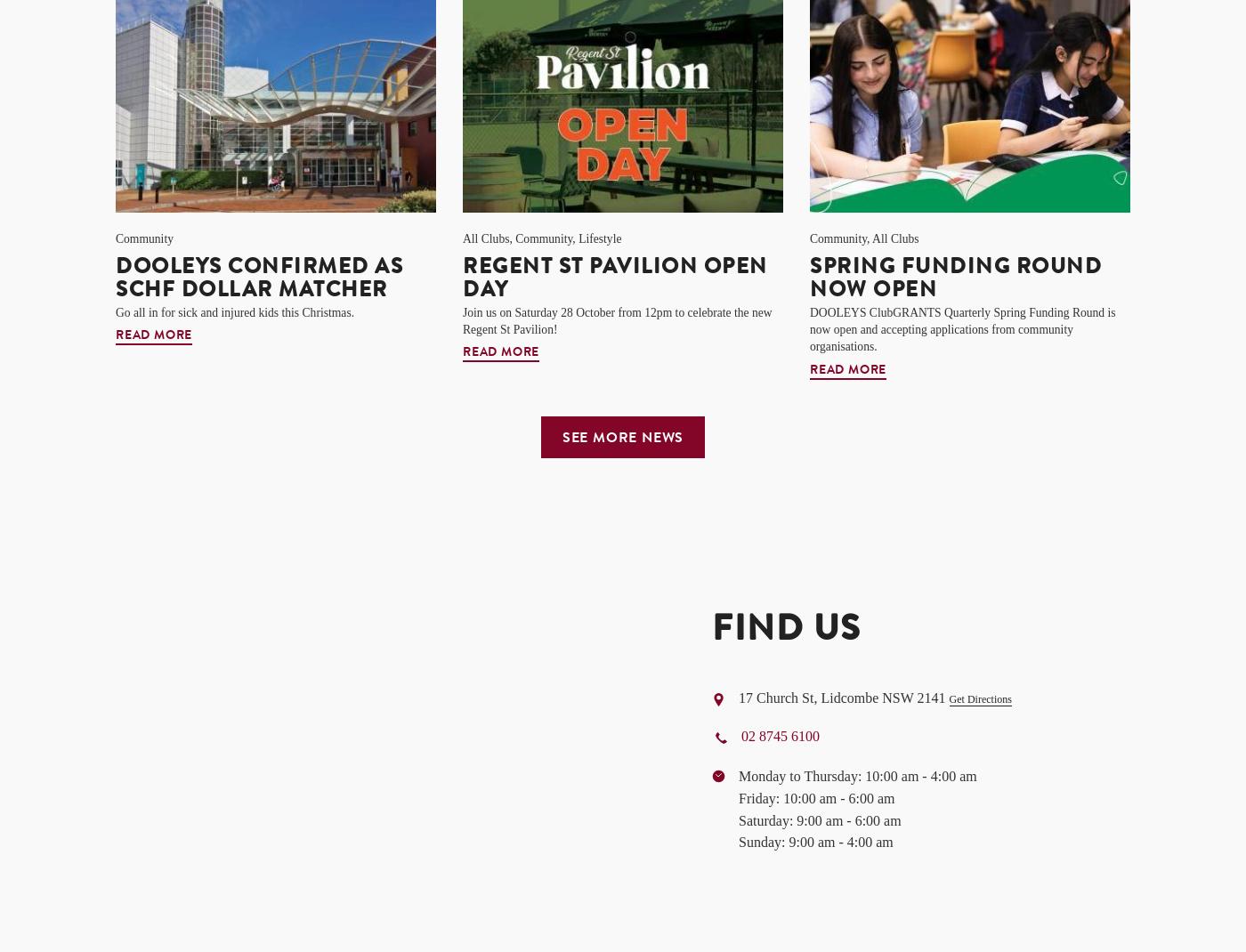  I want to click on '02 8745 6100', so click(779, 736).